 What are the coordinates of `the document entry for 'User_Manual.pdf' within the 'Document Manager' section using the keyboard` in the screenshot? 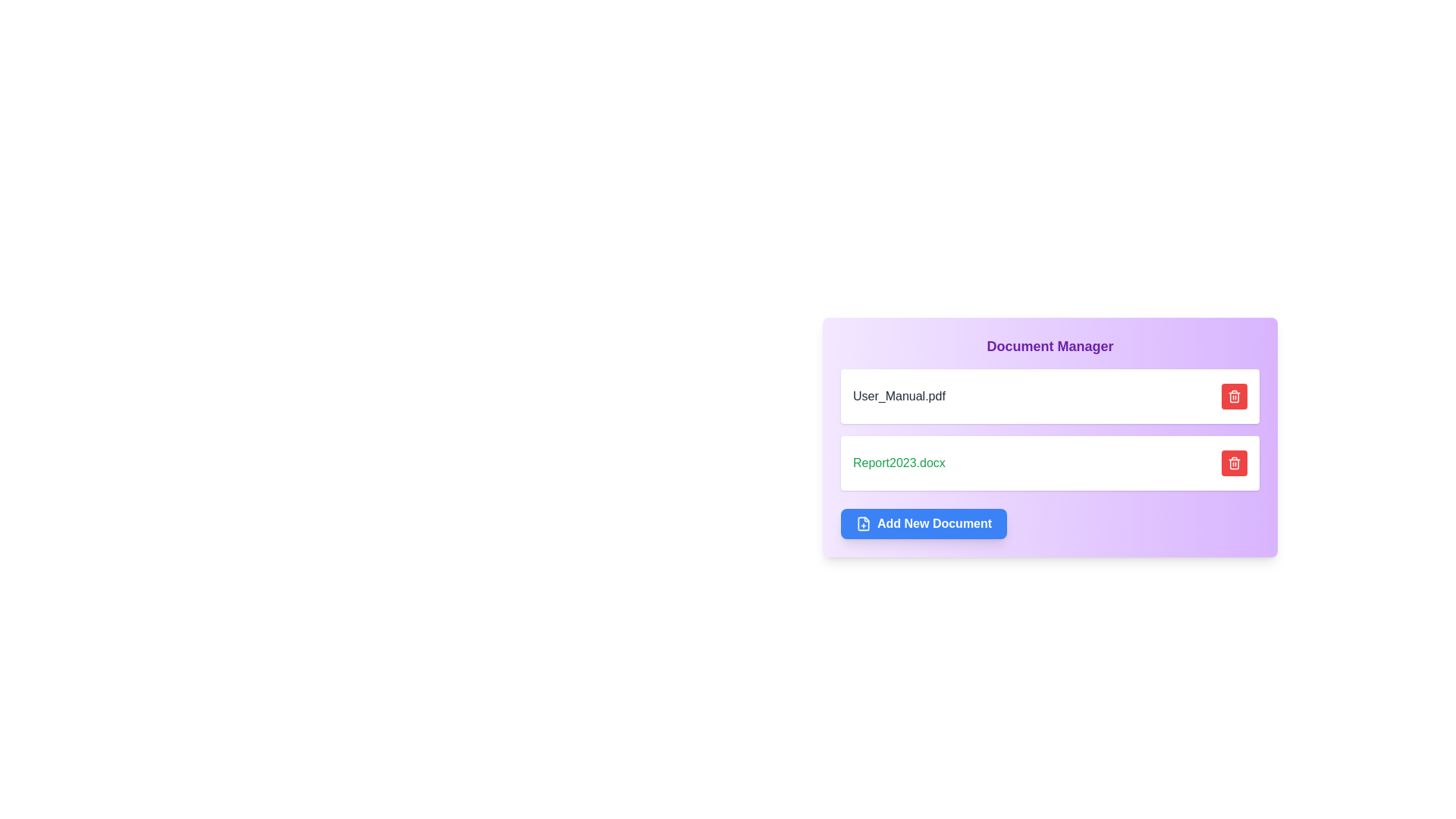 It's located at (1050, 396).